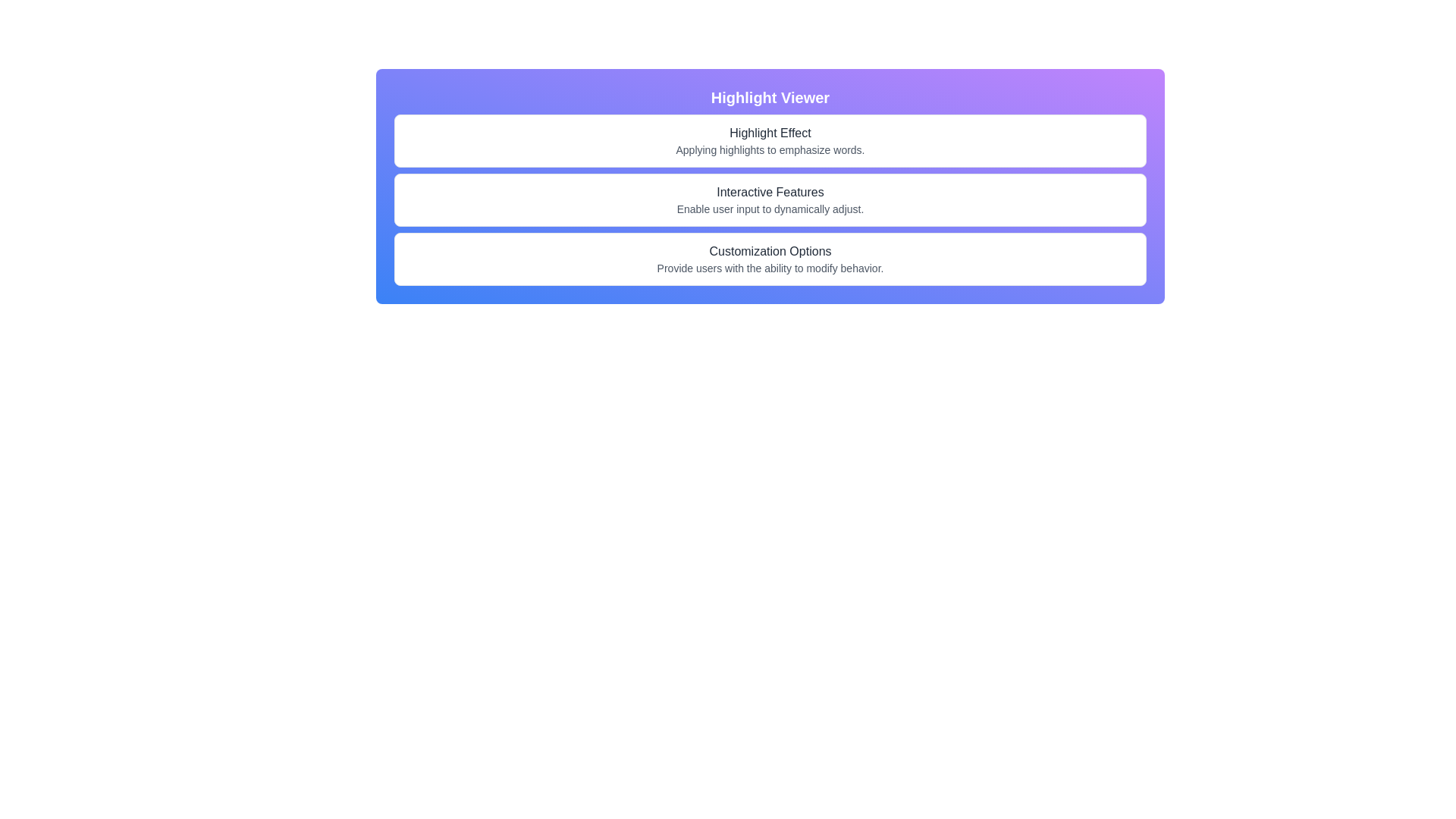  I want to click on the character 'n' in the word 'Customization' from the heading 'Customization Options', so click(783, 250).